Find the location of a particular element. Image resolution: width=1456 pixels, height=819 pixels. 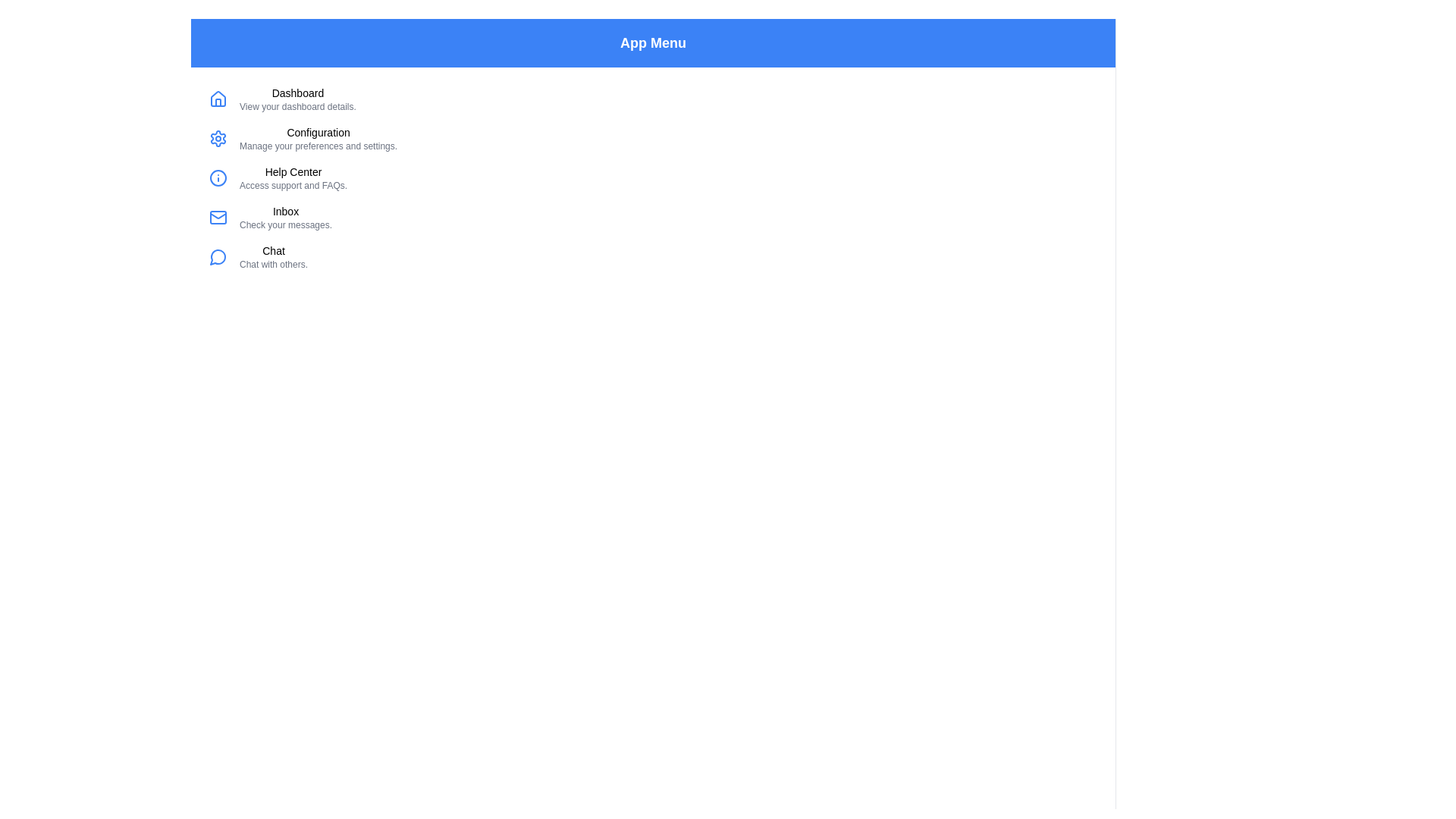

the informational text element located below the 'Dashboard' text in the vertical navigation menu is located at coordinates (298, 106).